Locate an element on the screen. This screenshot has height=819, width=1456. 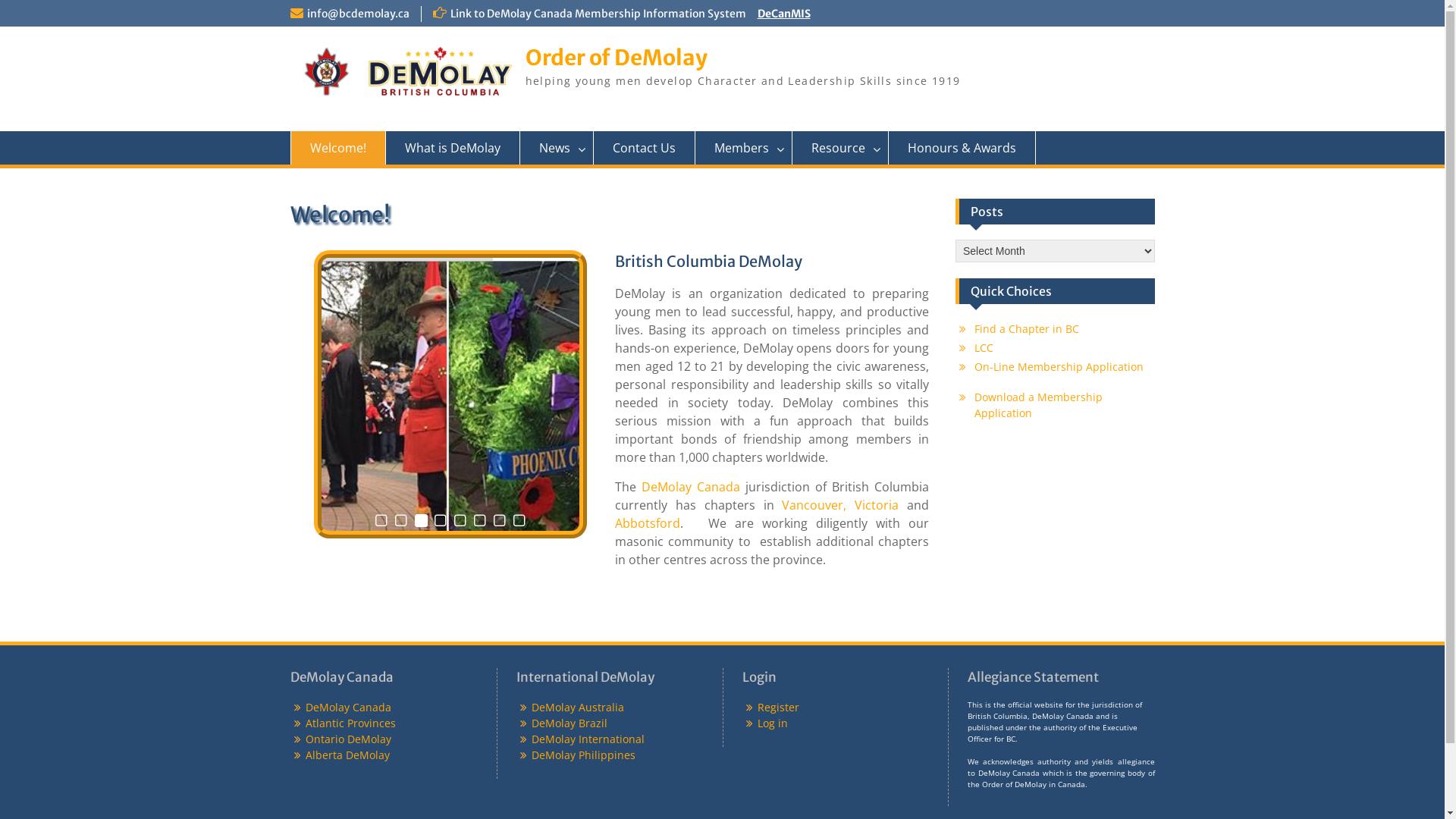
'News' is located at coordinates (556, 148).